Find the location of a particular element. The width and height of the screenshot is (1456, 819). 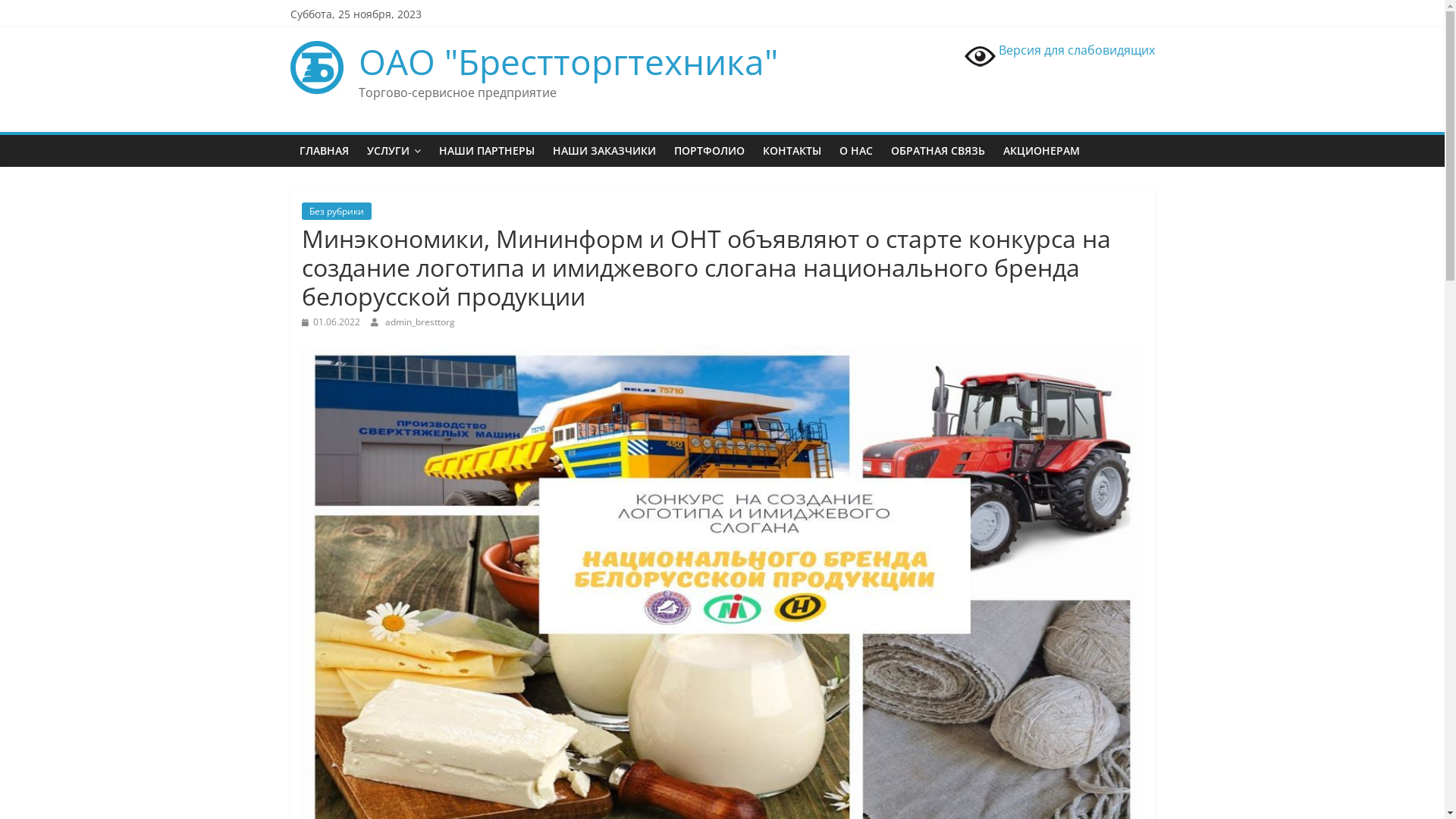

'01.06.2022' is located at coordinates (330, 321).